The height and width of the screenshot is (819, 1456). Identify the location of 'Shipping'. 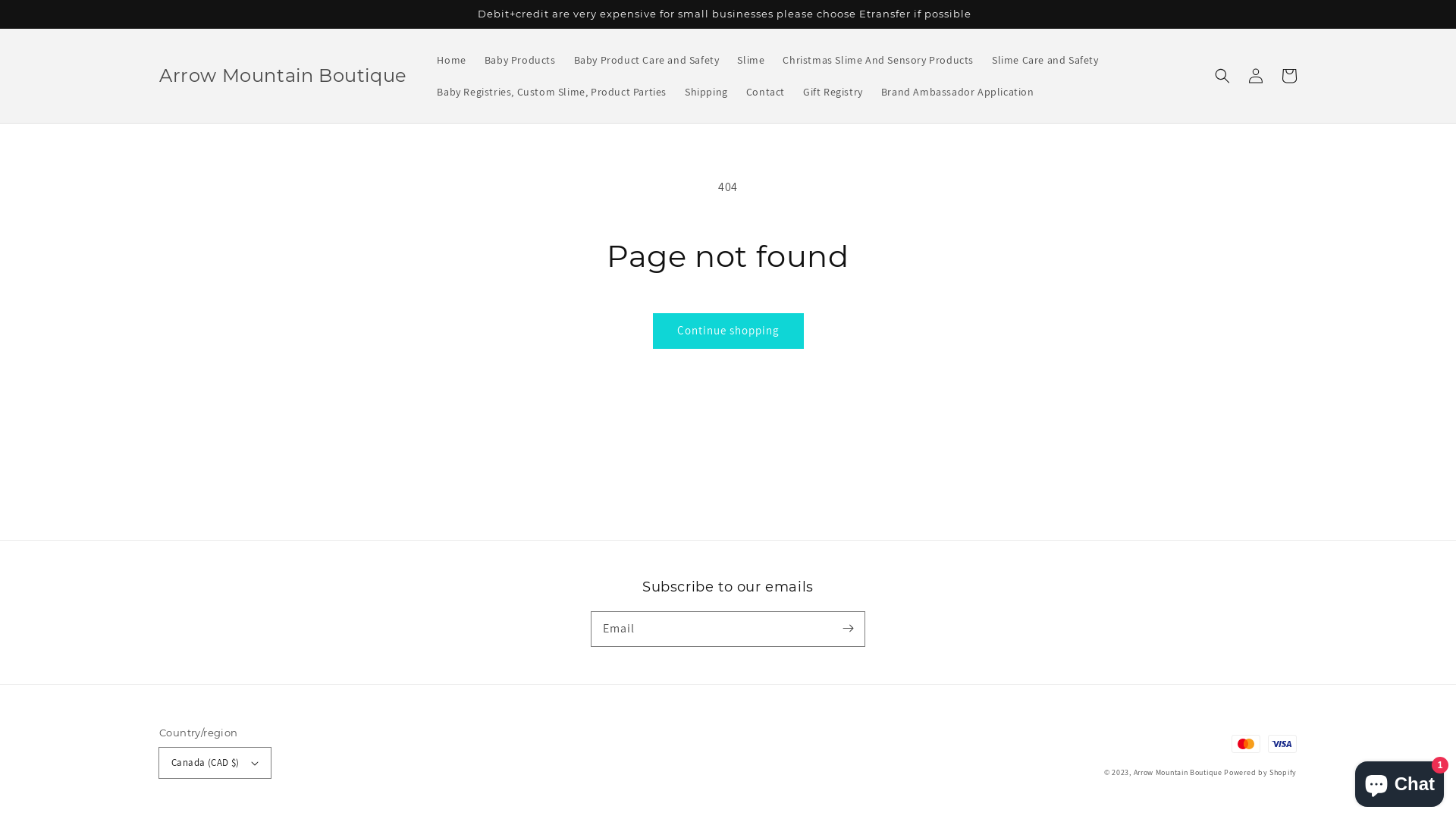
(705, 91).